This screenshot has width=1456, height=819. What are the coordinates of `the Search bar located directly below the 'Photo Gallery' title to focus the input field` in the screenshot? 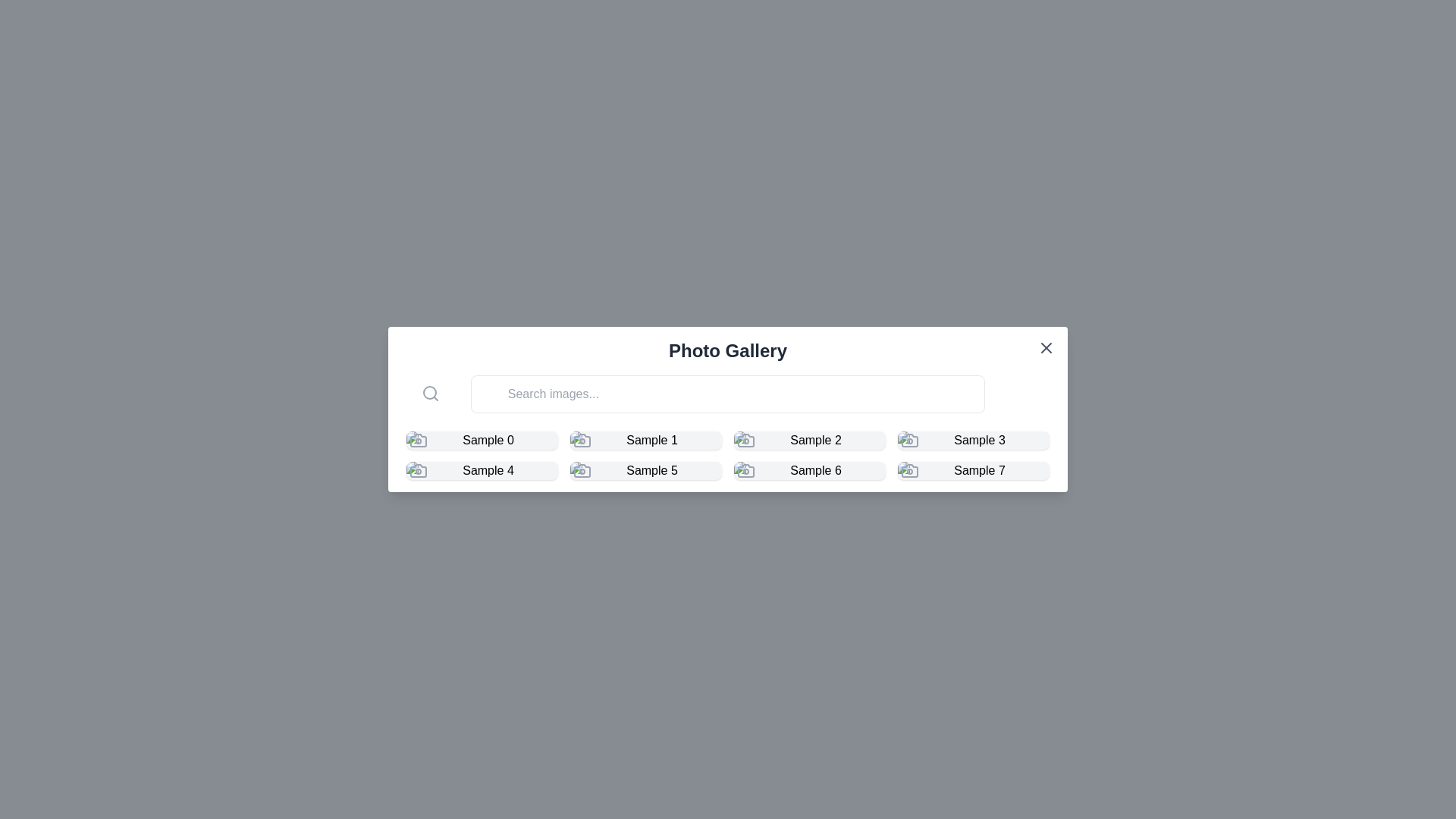 It's located at (728, 394).